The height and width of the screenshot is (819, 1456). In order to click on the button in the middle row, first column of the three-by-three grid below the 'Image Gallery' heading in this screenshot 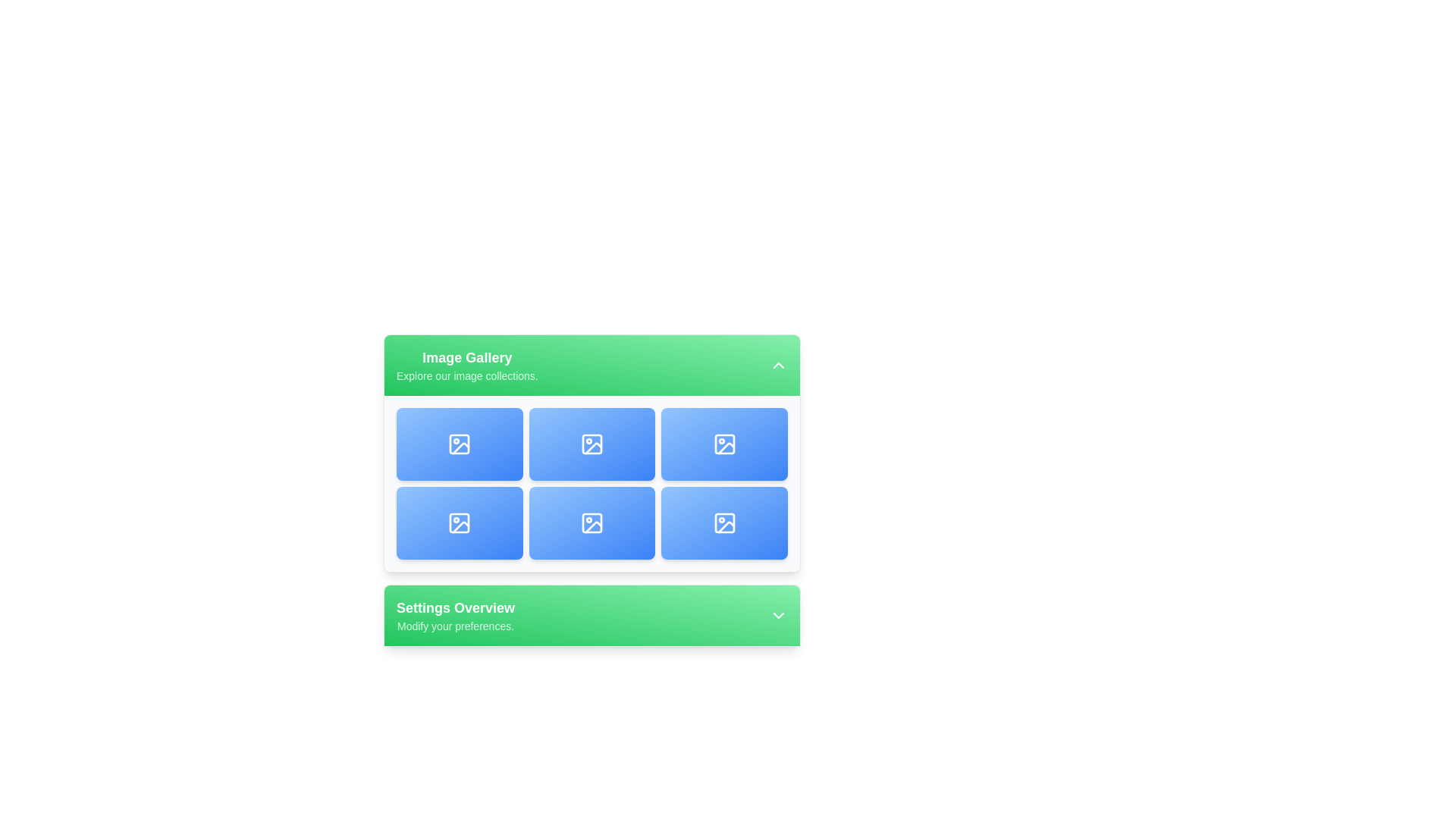, I will do `click(459, 522)`.